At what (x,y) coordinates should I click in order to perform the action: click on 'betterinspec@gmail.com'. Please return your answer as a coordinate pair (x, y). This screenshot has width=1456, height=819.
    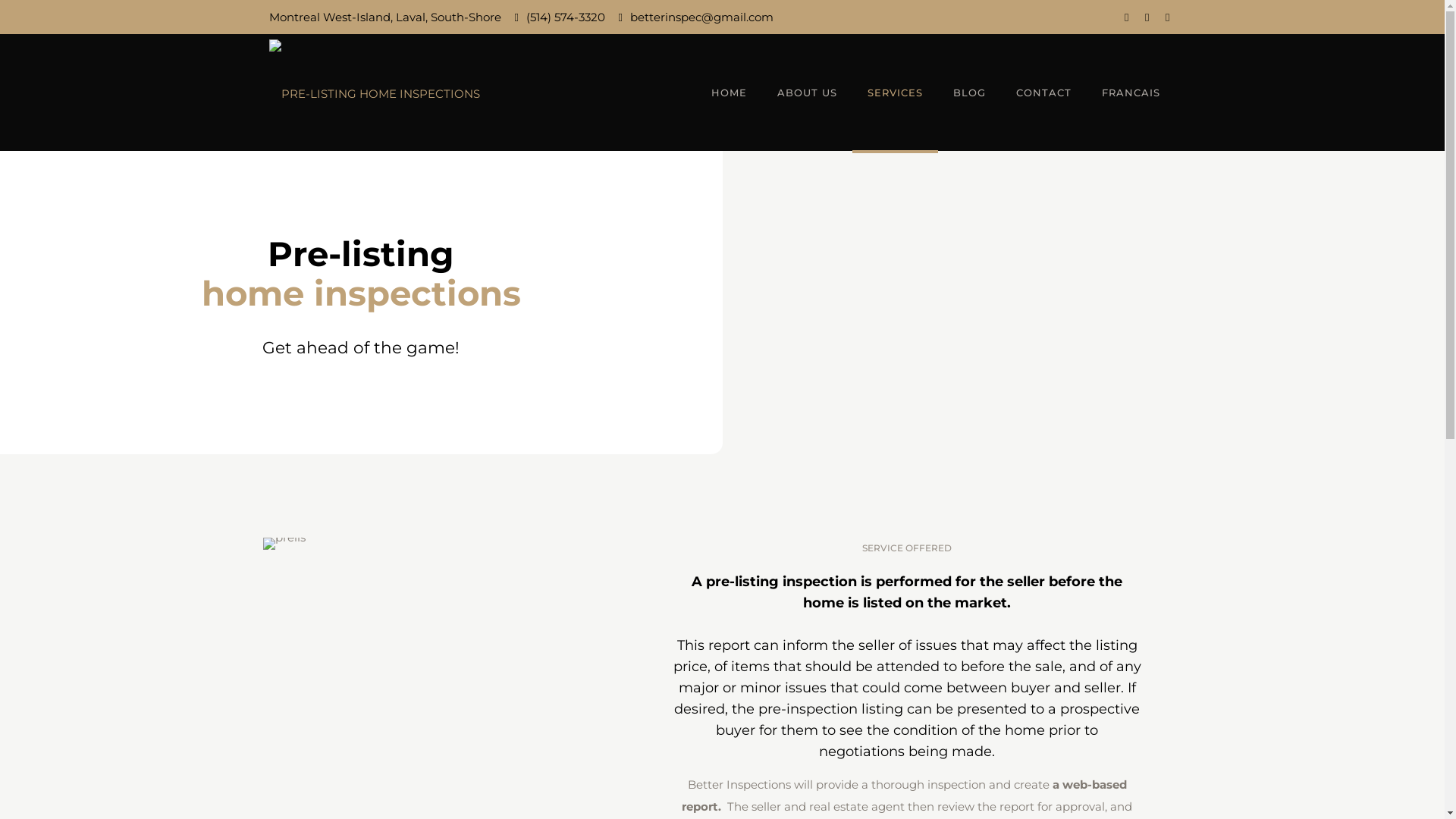
    Looking at the image, I should click on (701, 17).